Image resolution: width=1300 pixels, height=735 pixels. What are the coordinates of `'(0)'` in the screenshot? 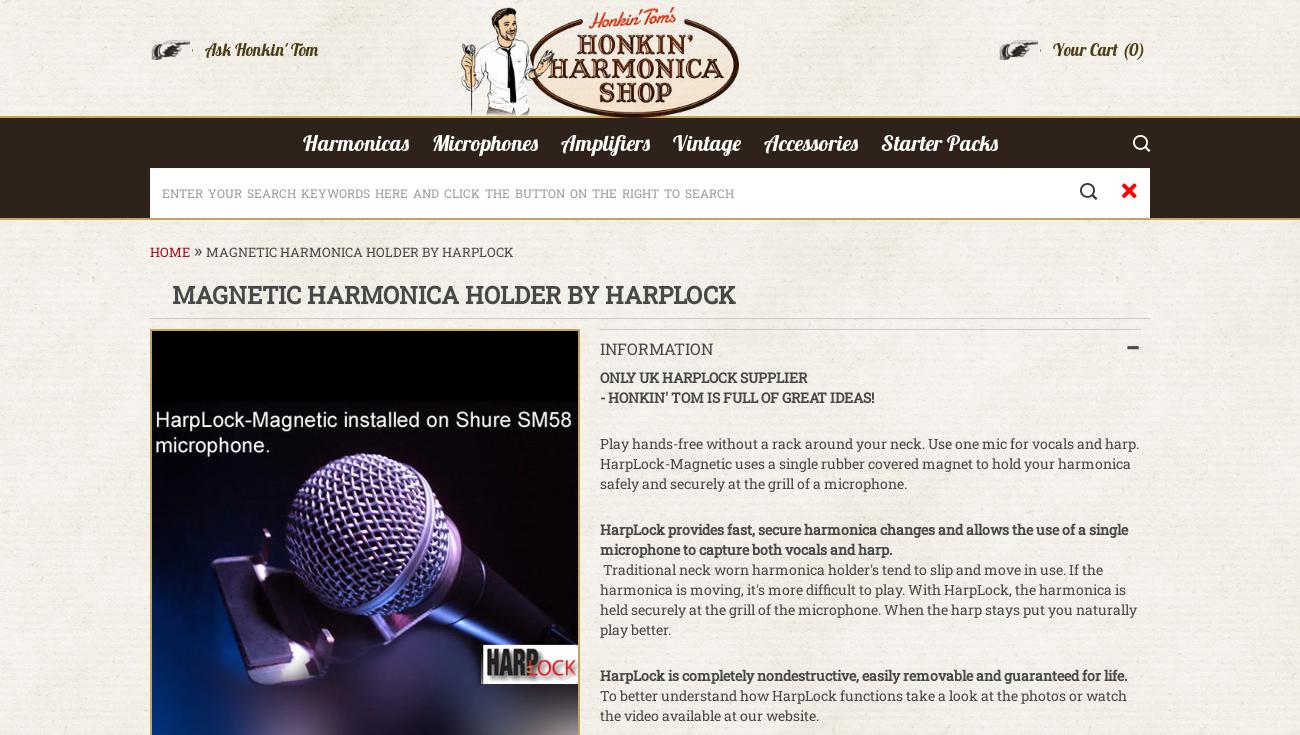 It's located at (1132, 48).